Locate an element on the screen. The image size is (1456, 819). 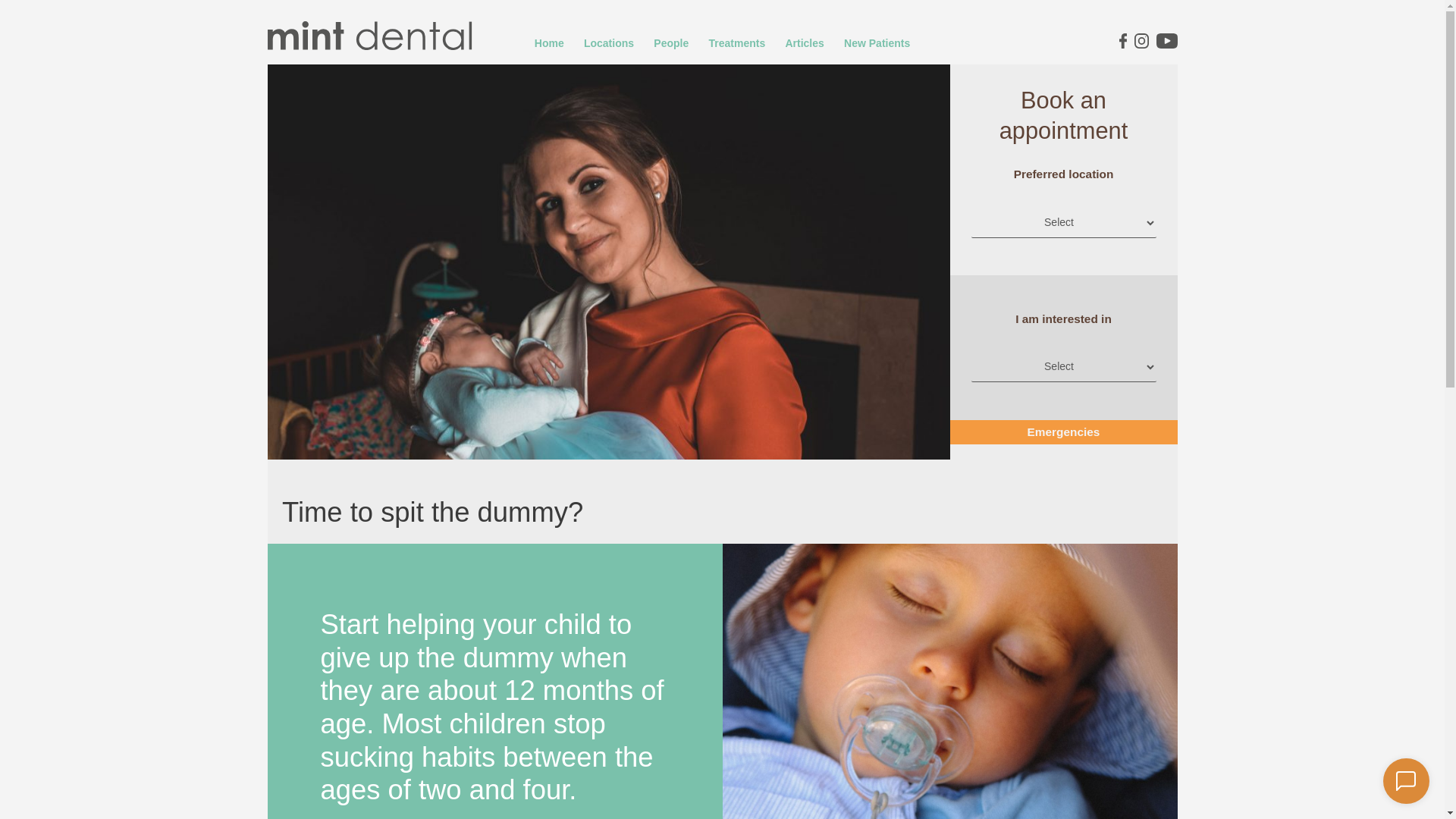
'Locations' is located at coordinates (609, 42).